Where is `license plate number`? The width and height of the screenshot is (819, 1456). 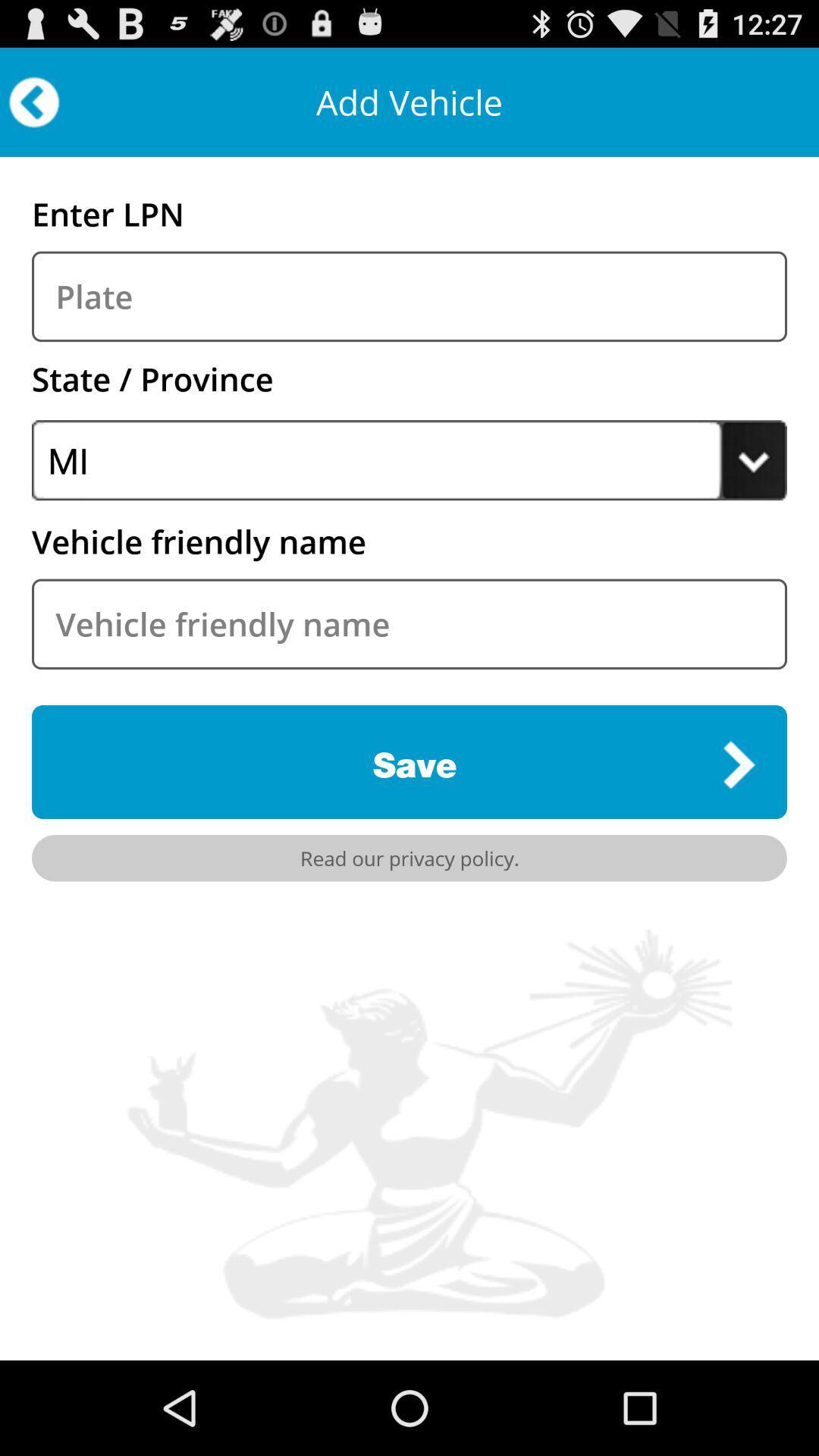
license plate number is located at coordinates (409, 297).